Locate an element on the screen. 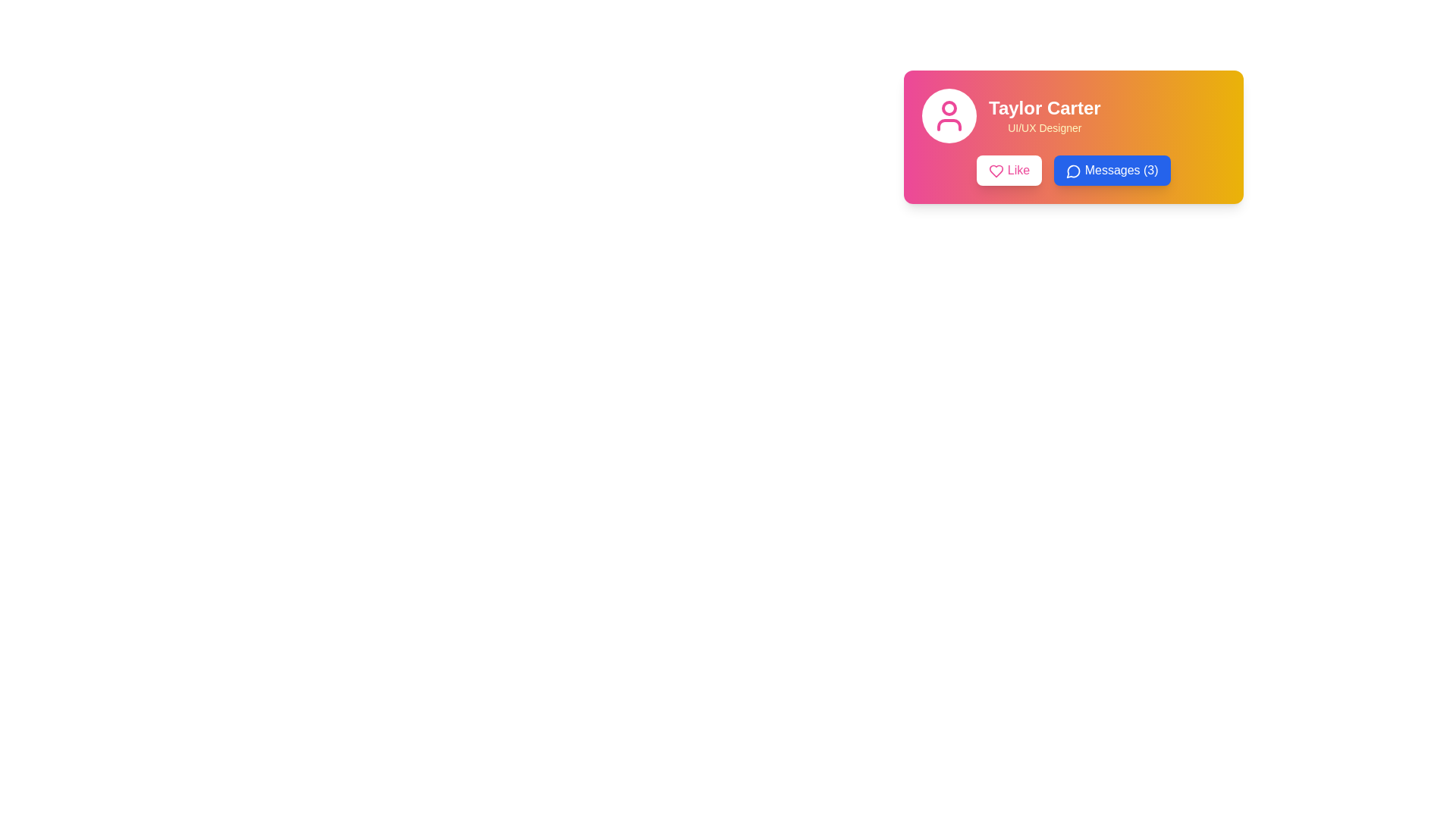 This screenshot has width=1456, height=819. the blue rectangular button labeled 'Messages (3)' with a chat bubble icon is located at coordinates (1073, 170).